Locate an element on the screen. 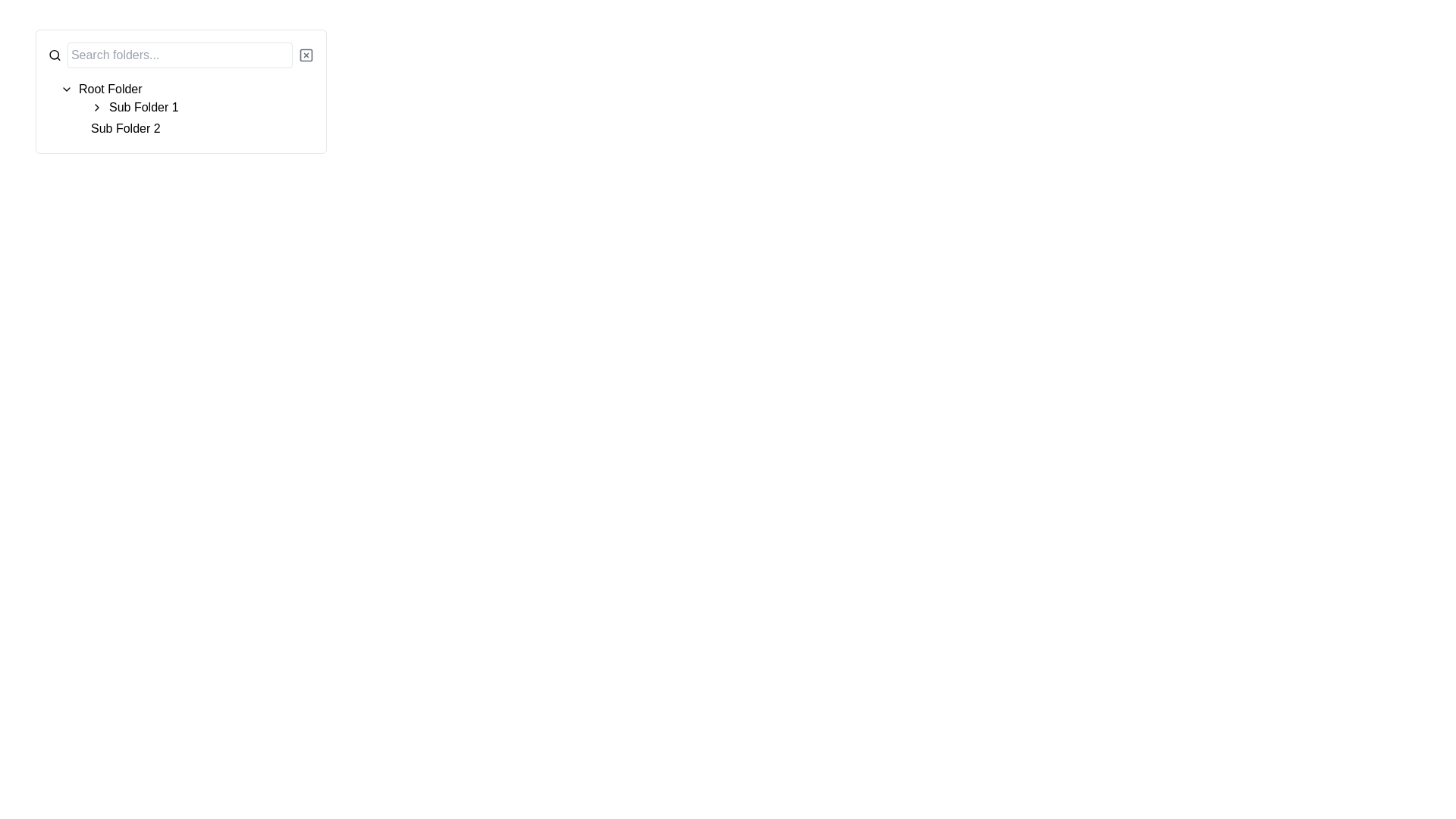 This screenshot has height=819, width=1456. the collapsible folder tree panel located is located at coordinates (181, 91).